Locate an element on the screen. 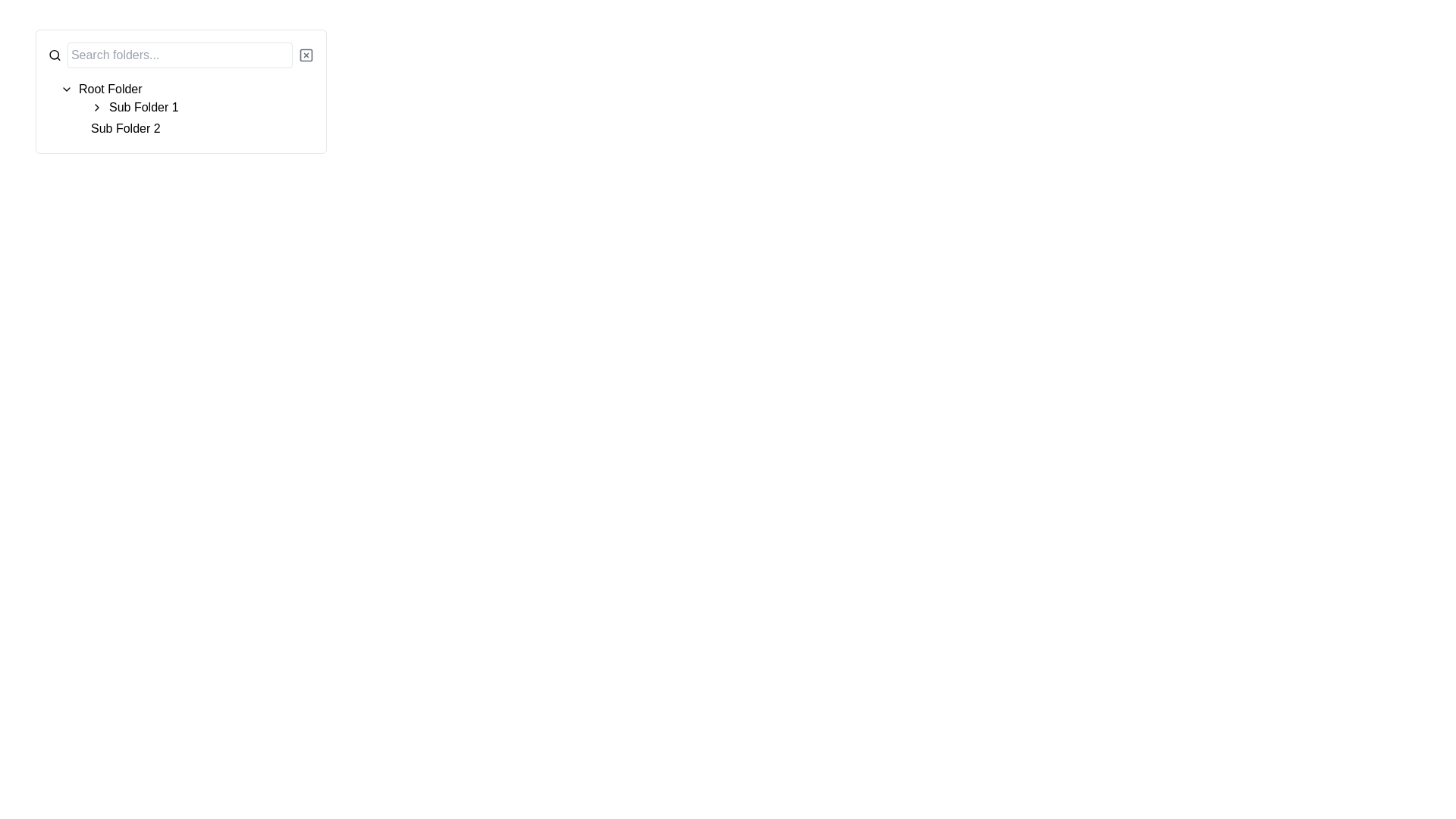 This screenshot has height=819, width=1456. the collapsible folder tree panel located is located at coordinates (181, 91).